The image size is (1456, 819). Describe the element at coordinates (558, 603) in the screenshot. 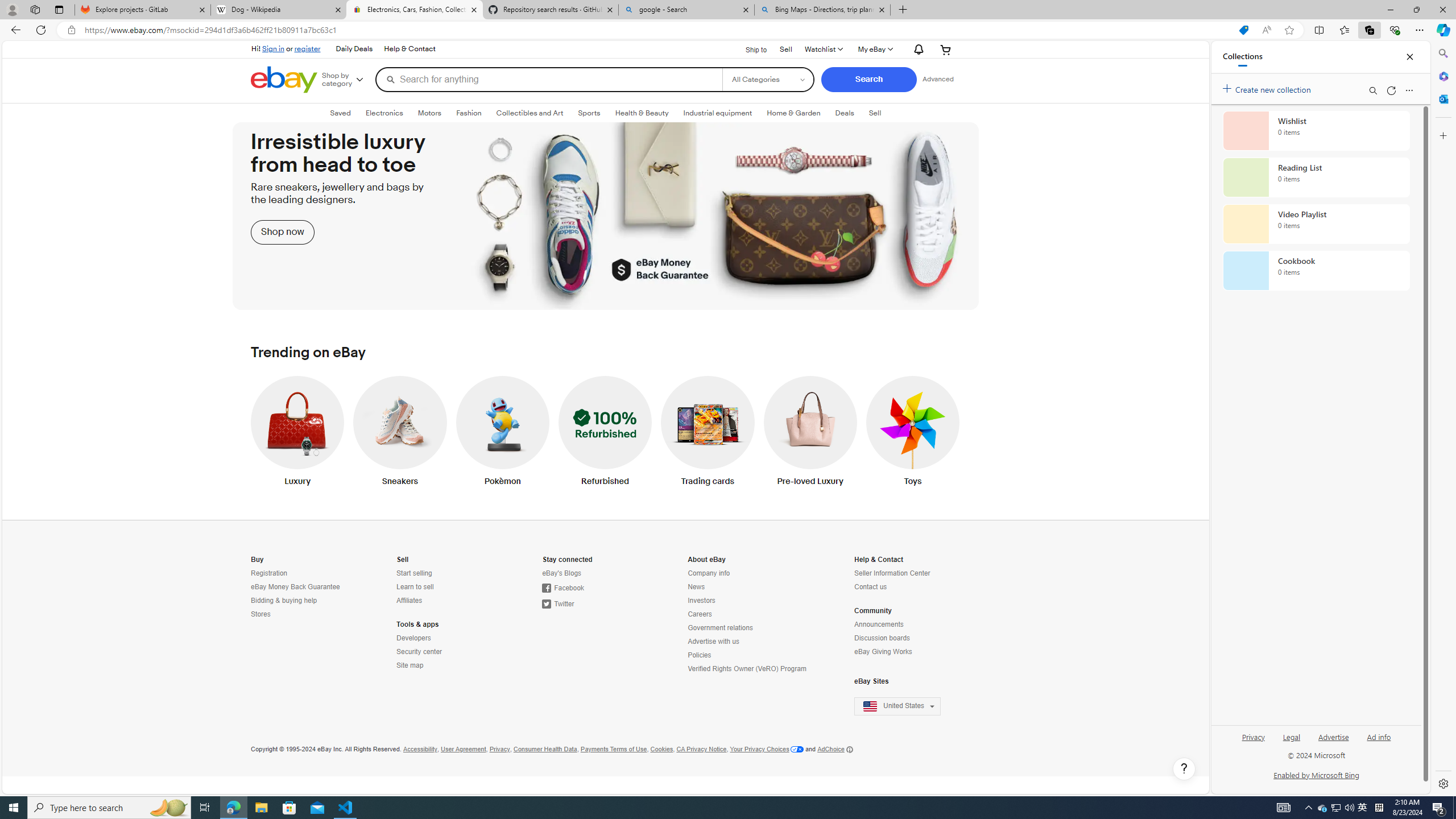

I see `'Twitter'` at that location.